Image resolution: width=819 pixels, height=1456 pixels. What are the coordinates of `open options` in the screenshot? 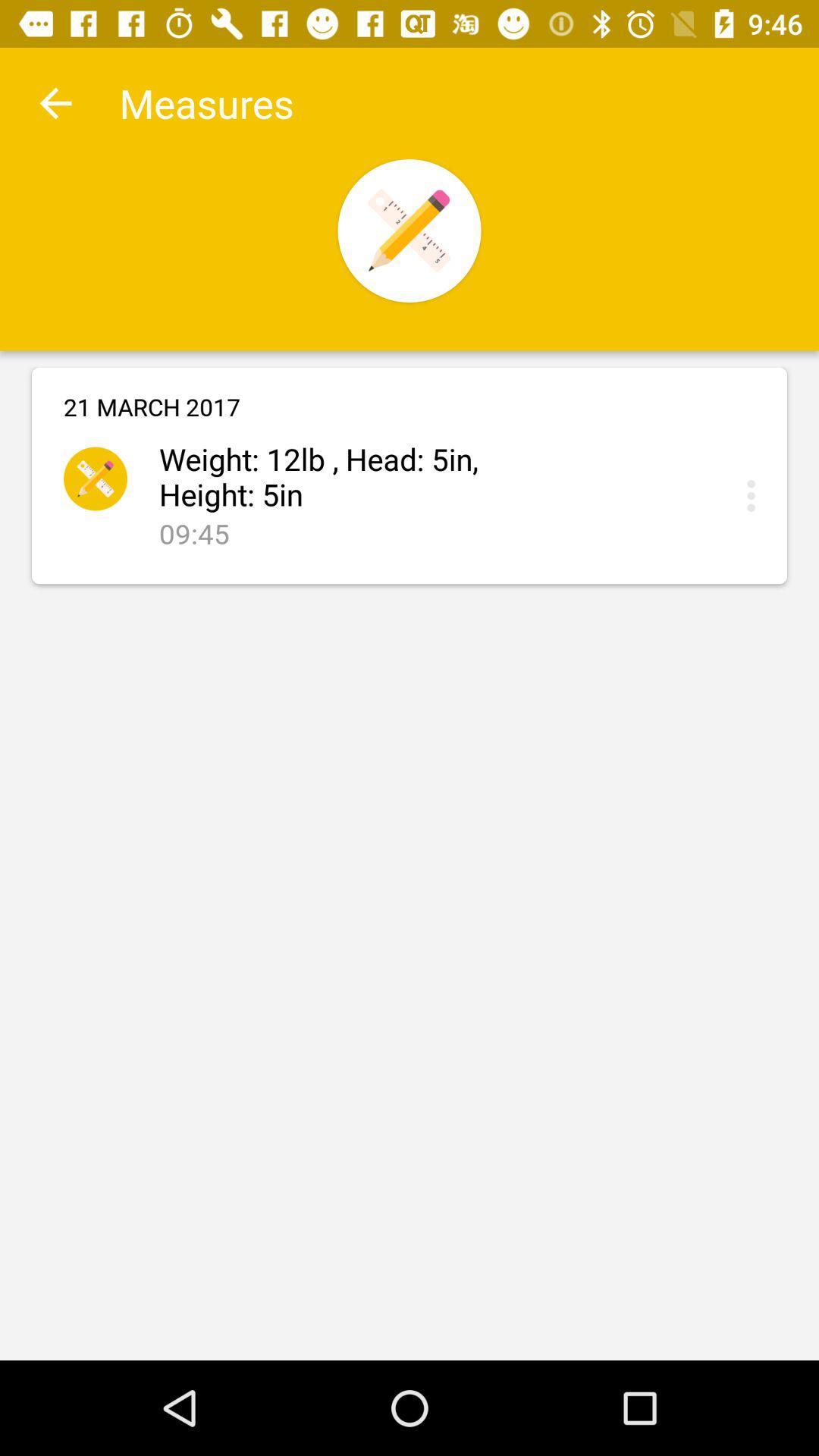 It's located at (755, 495).